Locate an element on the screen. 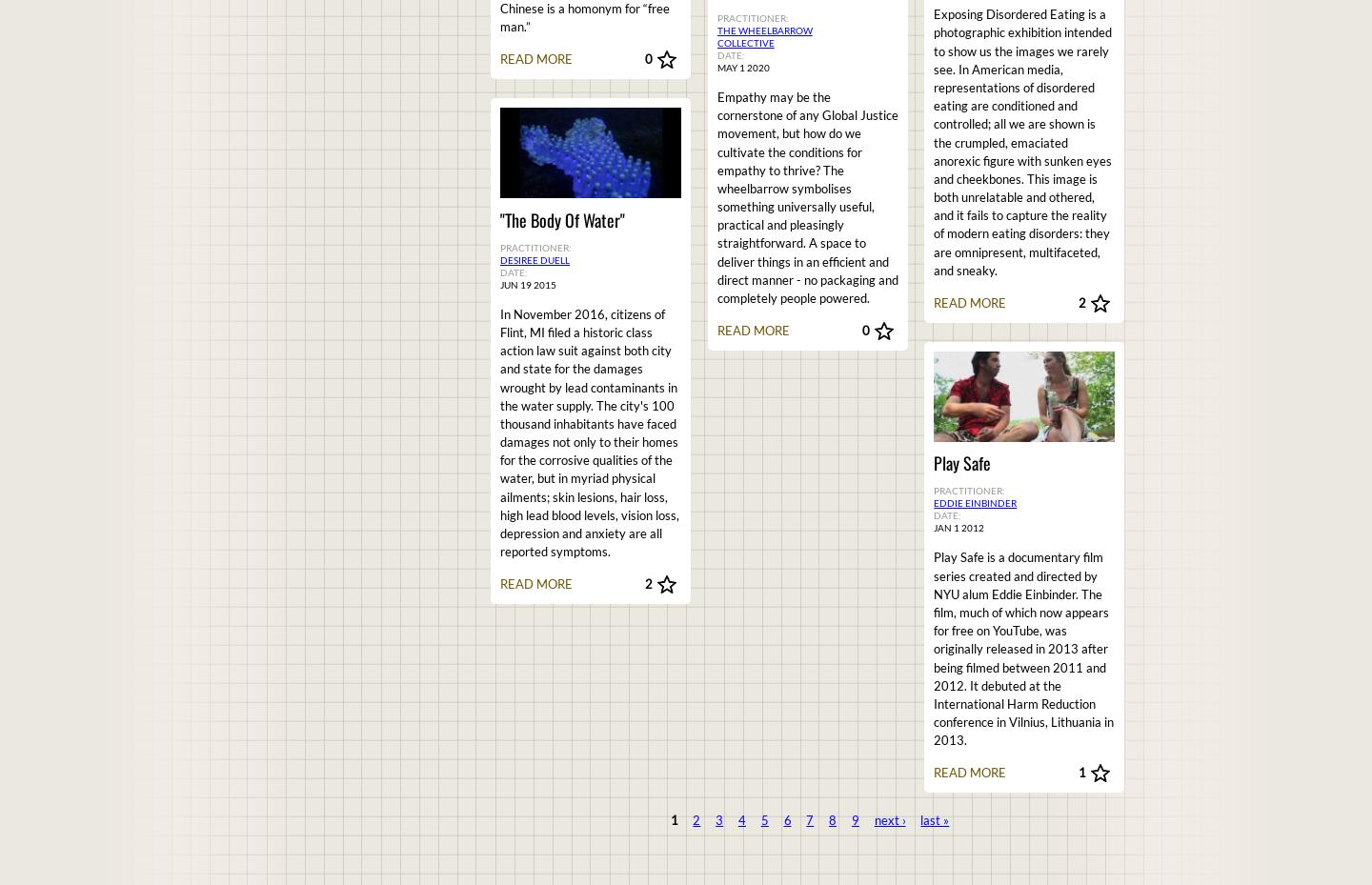 Image resolution: width=1372 pixels, height=885 pixels. '8' is located at coordinates (831, 819).